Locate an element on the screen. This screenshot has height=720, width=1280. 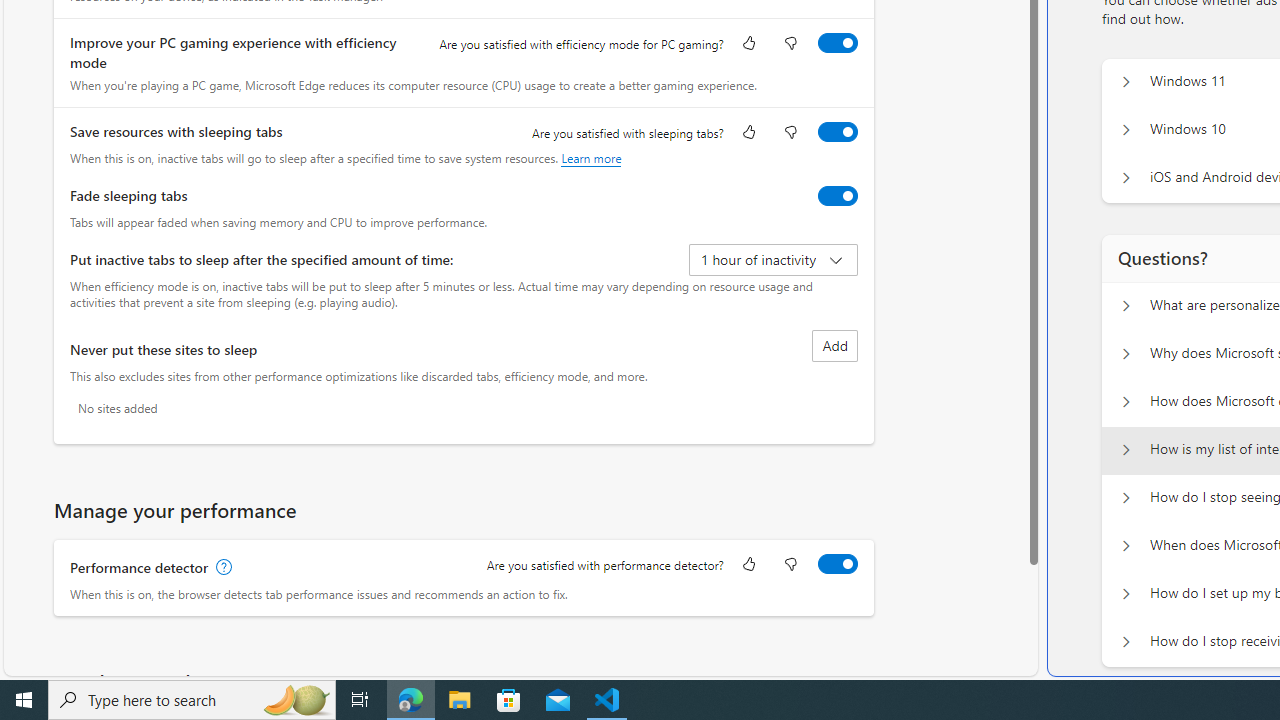
'Manage personalized ads on your device Windows 11' is located at coordinates (1125, 81).